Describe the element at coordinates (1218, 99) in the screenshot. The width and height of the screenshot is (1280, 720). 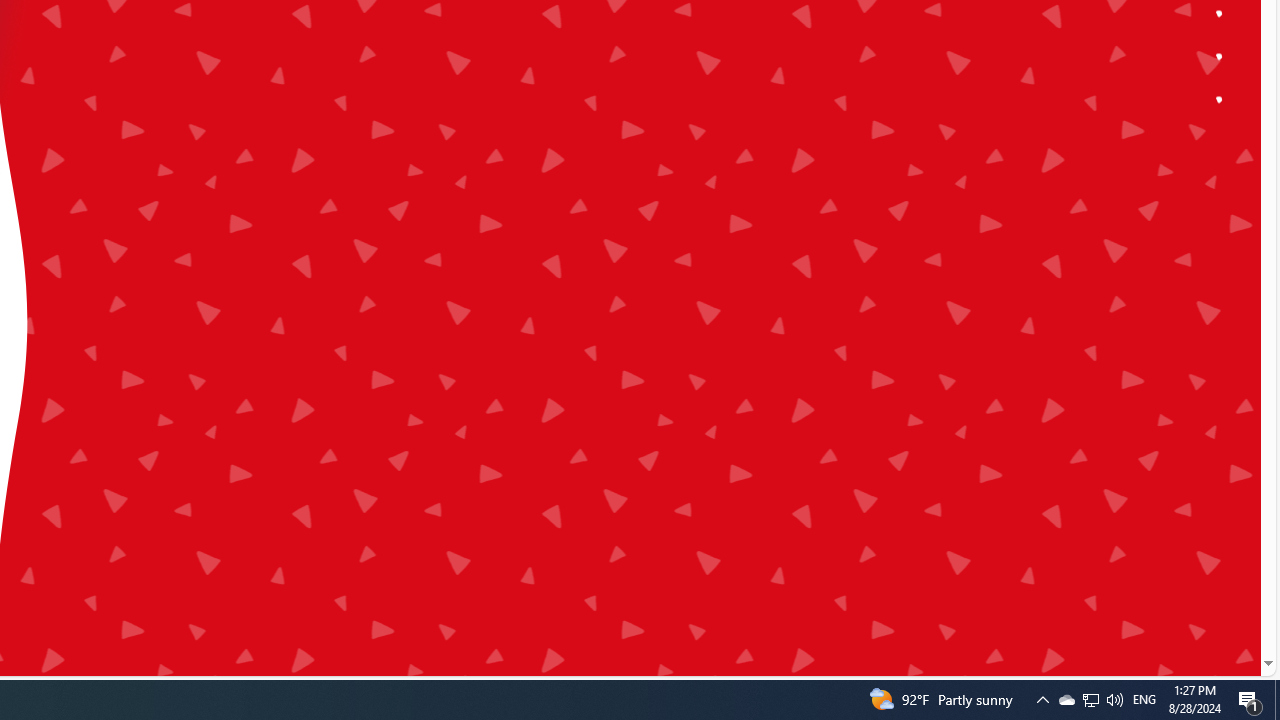
I see `'Class: ytk-dot-nav__circle'` at that location.